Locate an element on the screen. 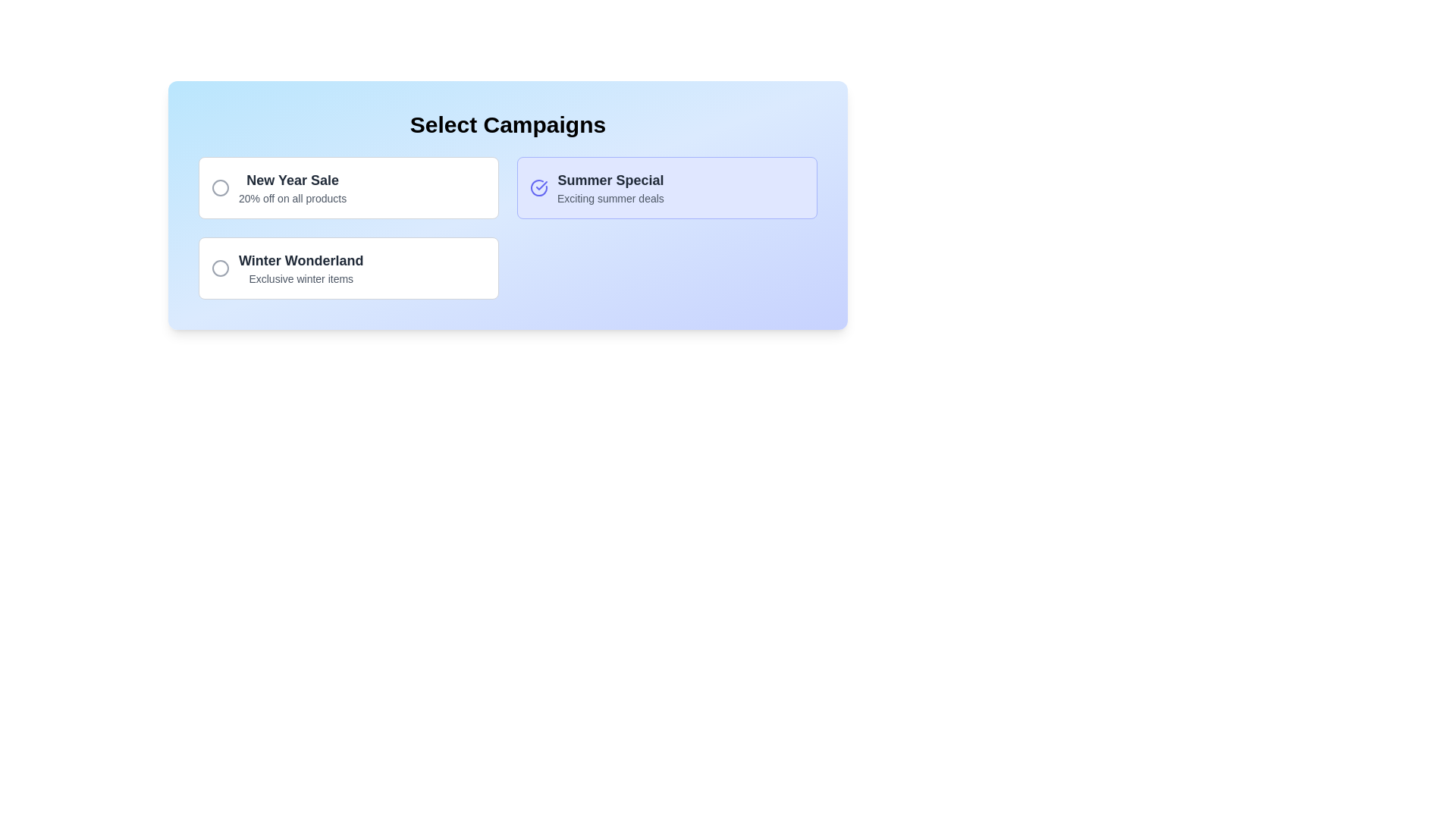 Image resolution: width=1456 pixels, height=819 pixels. text content of the 'Winter Wonderland' campaign option displayed in the text display section located in the 'Select Campaigns' area is located at coordinates (301, 268).